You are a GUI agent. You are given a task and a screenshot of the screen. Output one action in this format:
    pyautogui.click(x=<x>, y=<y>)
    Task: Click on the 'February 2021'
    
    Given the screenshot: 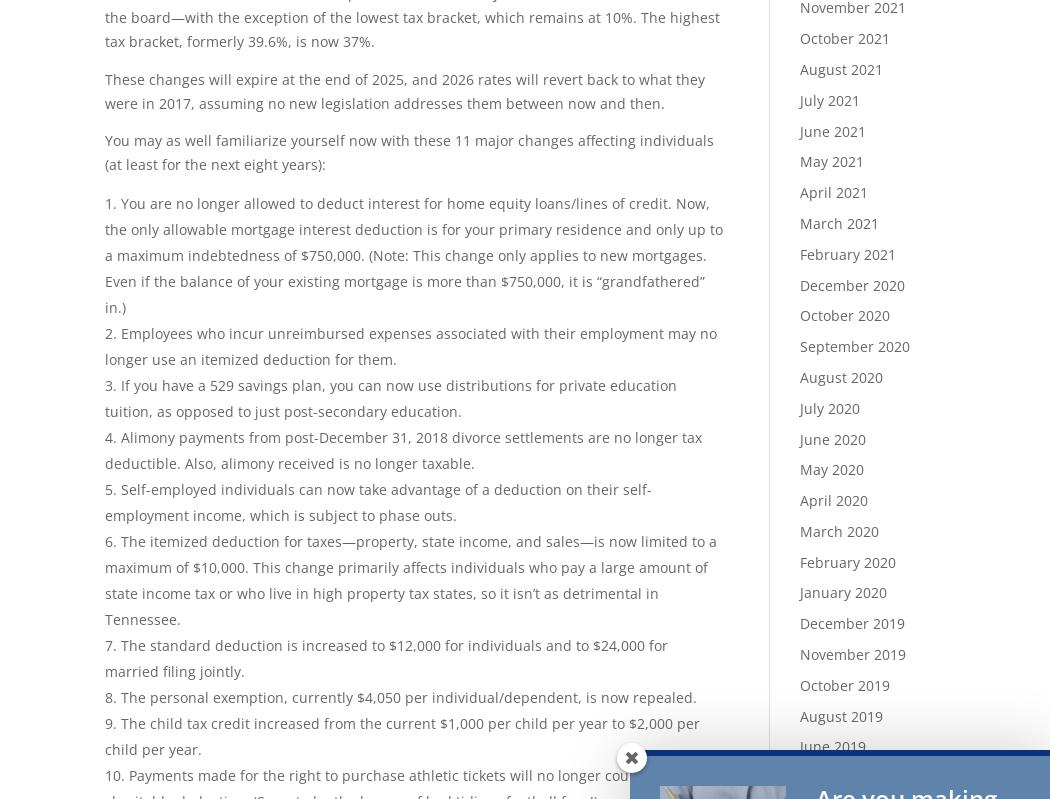 What is the action you would take?
    pyautogui.click(x=847, y=253)
    